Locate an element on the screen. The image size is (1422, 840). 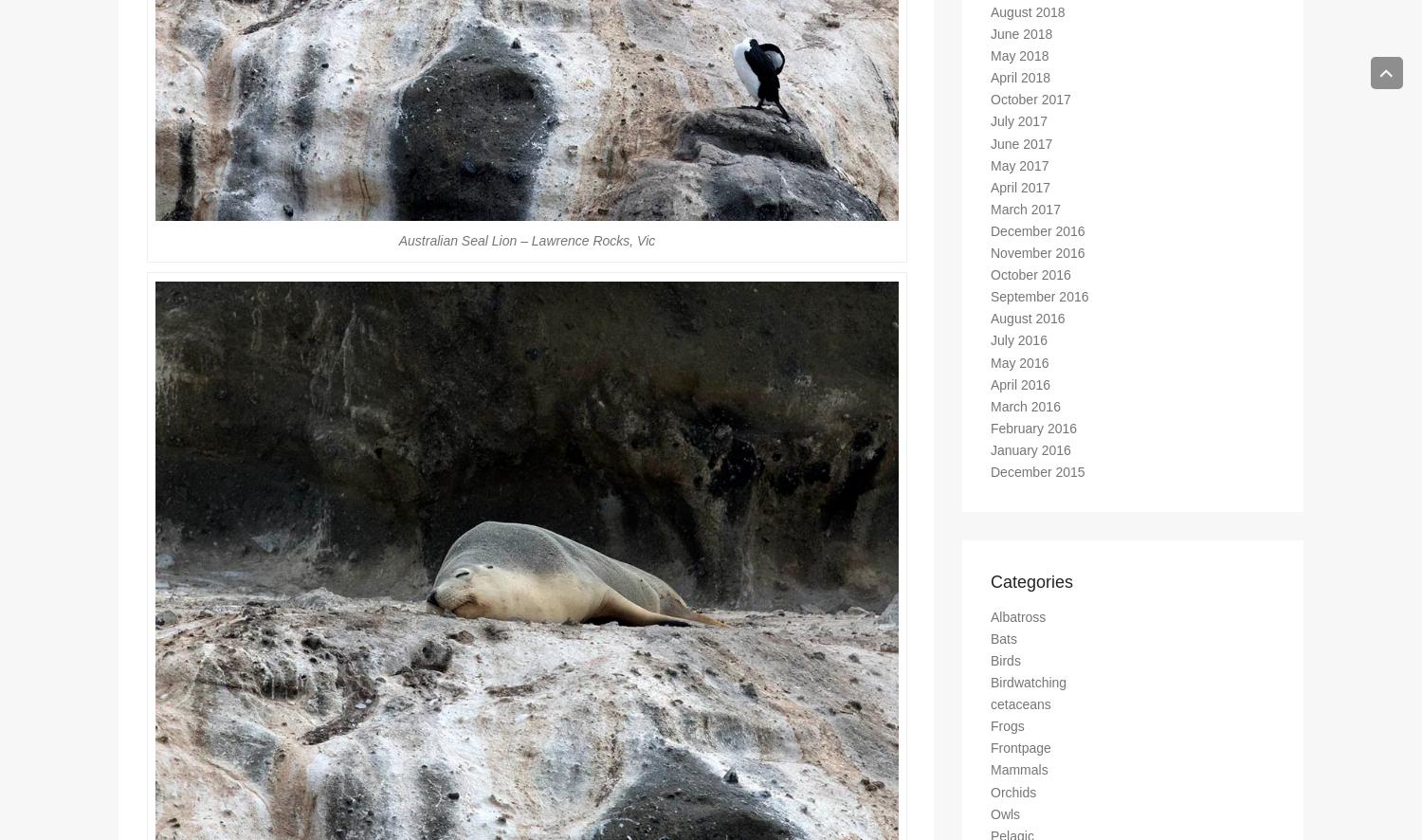
'Australian Seal Lion – Lawrence Rocks, Vic' is located at coordinates (526, 247).